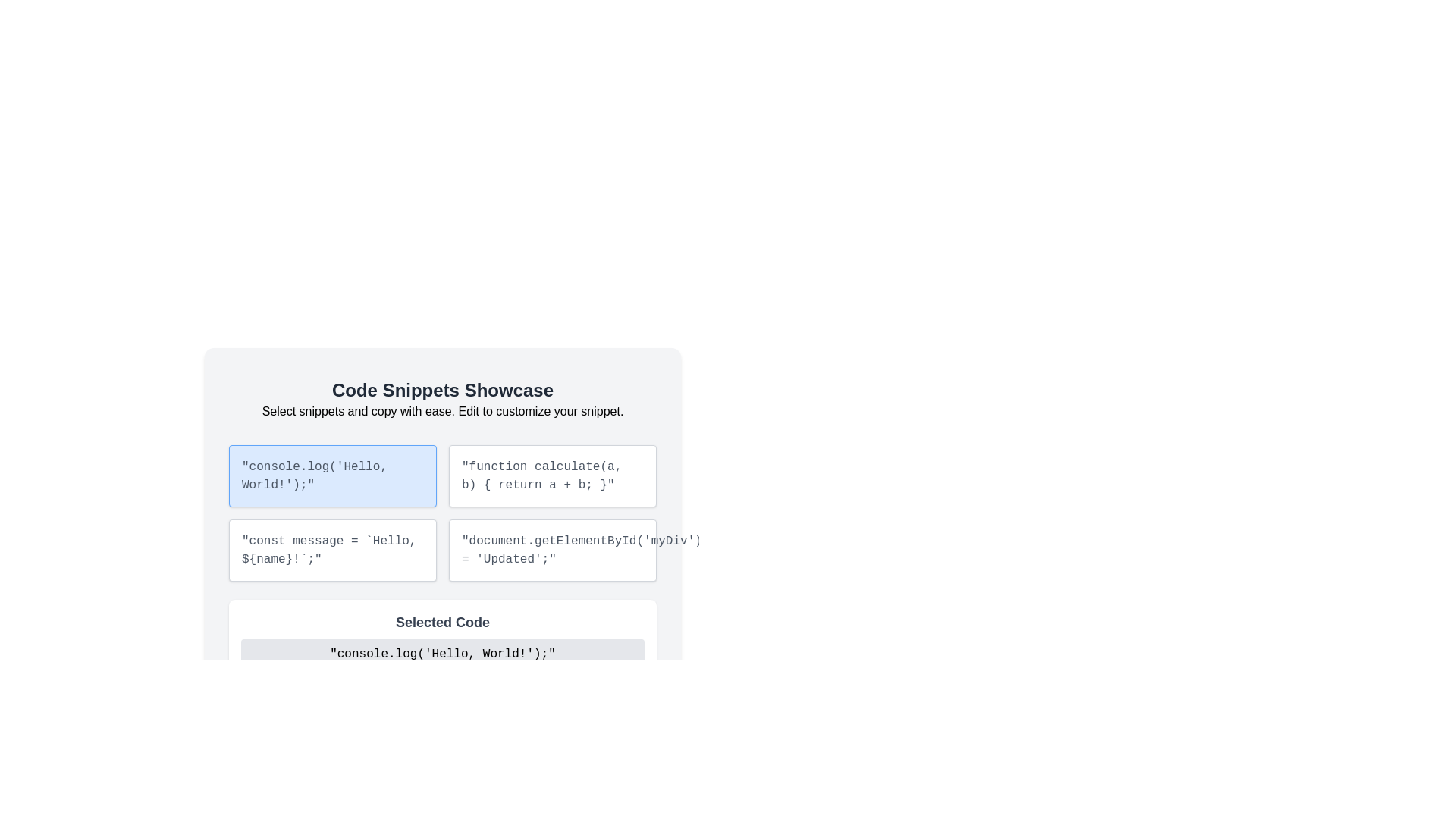  Describe the element at coordinates (442, 390) in the screenshot. I see `the text label displaying 'Code Snippets Showcase', which is styled in a large bold font and positioned at the top-center of the layout, serving as the section title` at that location.